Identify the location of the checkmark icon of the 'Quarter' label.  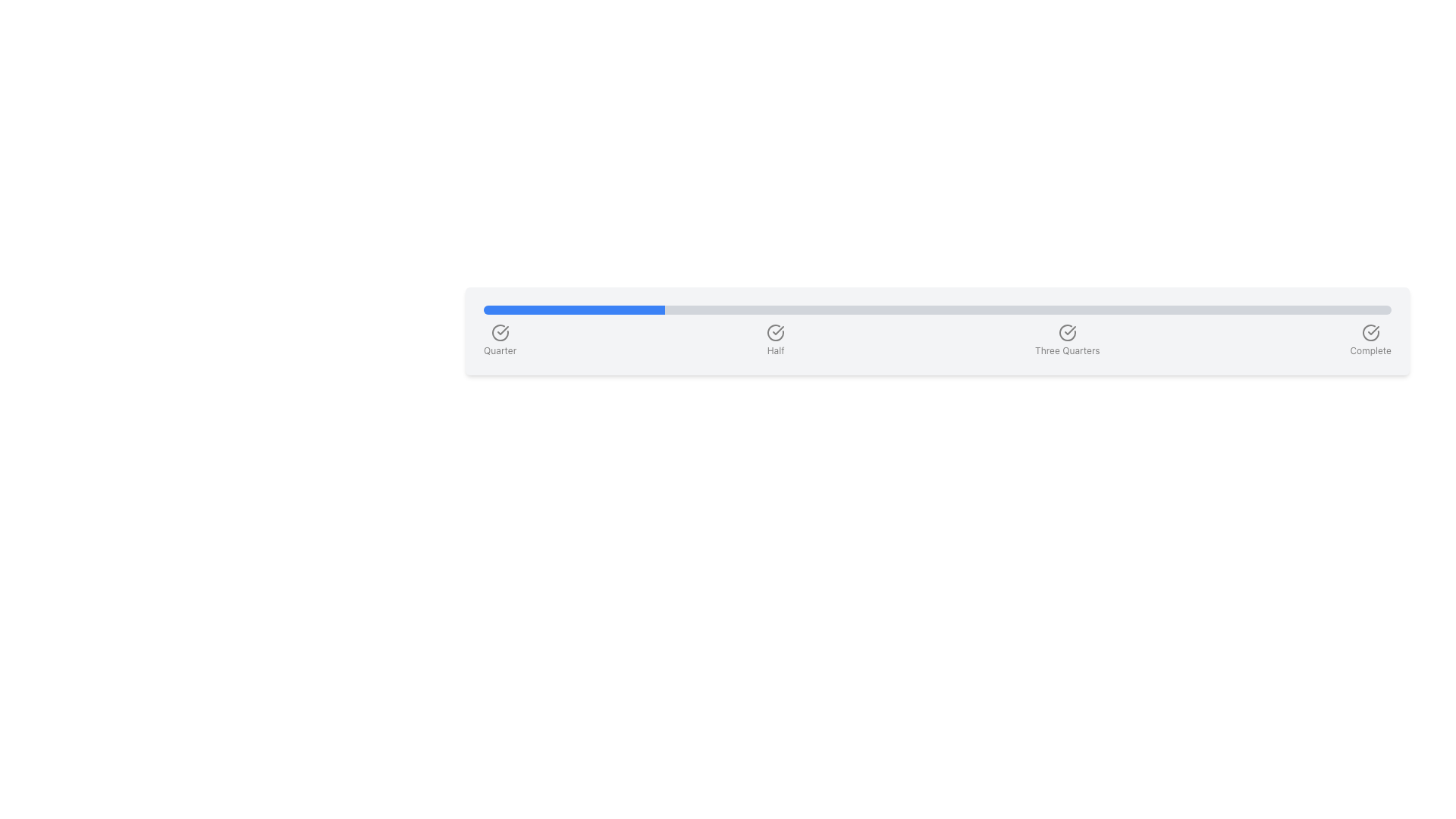
(500, 339).